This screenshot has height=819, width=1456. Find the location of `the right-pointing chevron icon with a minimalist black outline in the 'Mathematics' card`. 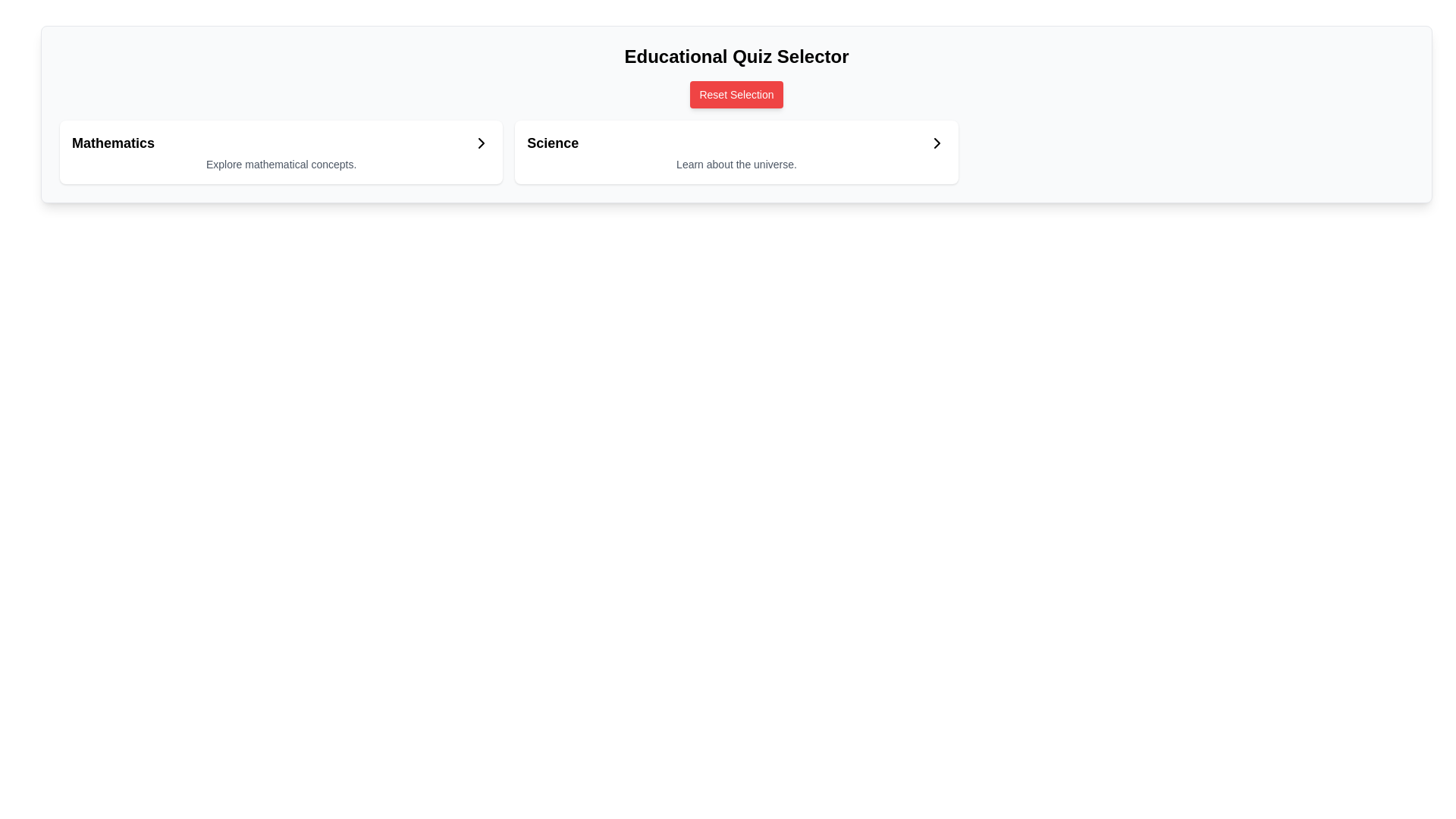

the right-pointing chevron icon with a minimalist black outline in the 'Mathematics' card is located at coordinates (481, 143).